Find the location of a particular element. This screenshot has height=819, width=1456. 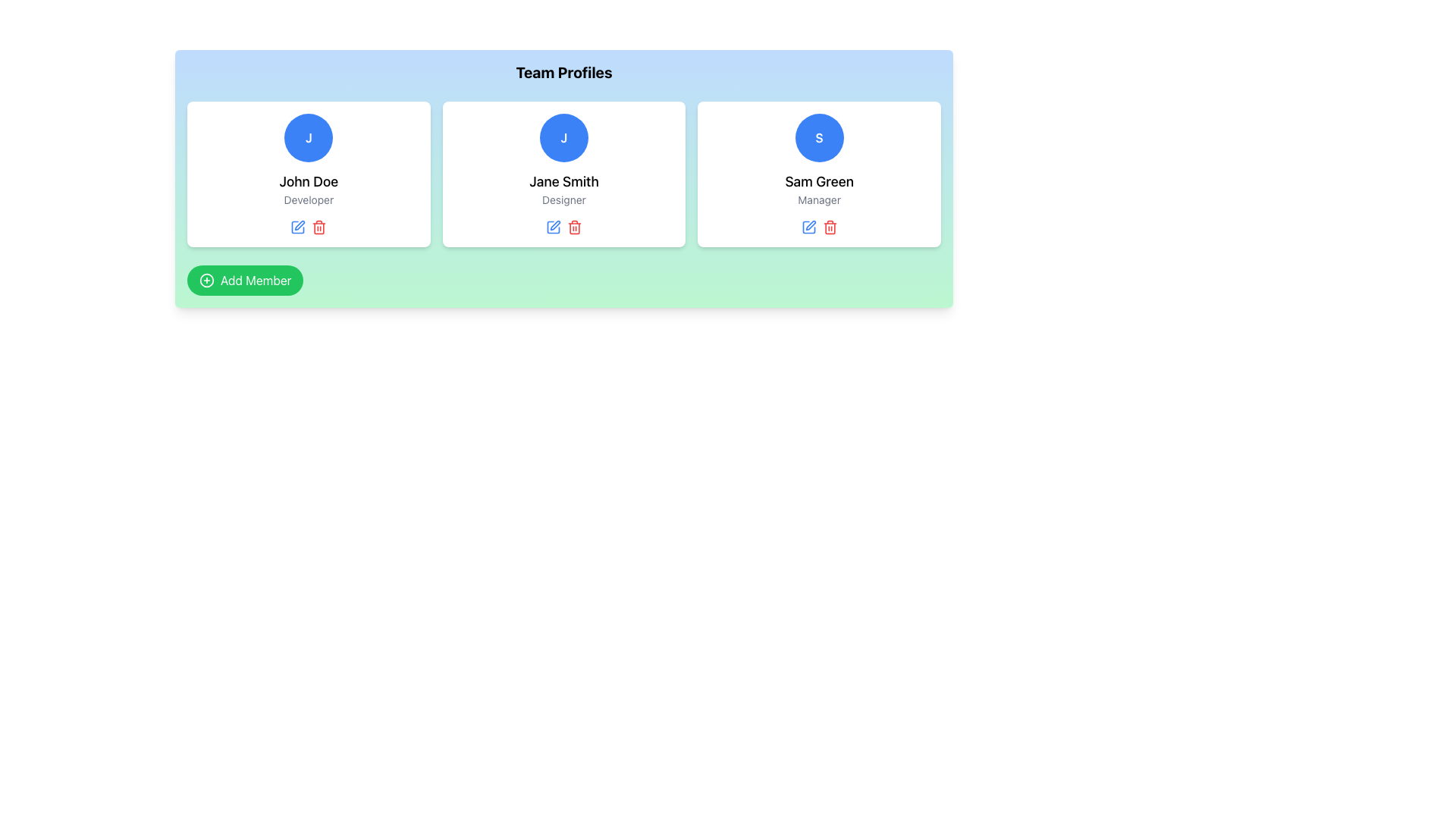

the Text Block displaying 'John Doe' and 'Developer' below the blue circular icon with 'J' is located at coordinates (308, 189).